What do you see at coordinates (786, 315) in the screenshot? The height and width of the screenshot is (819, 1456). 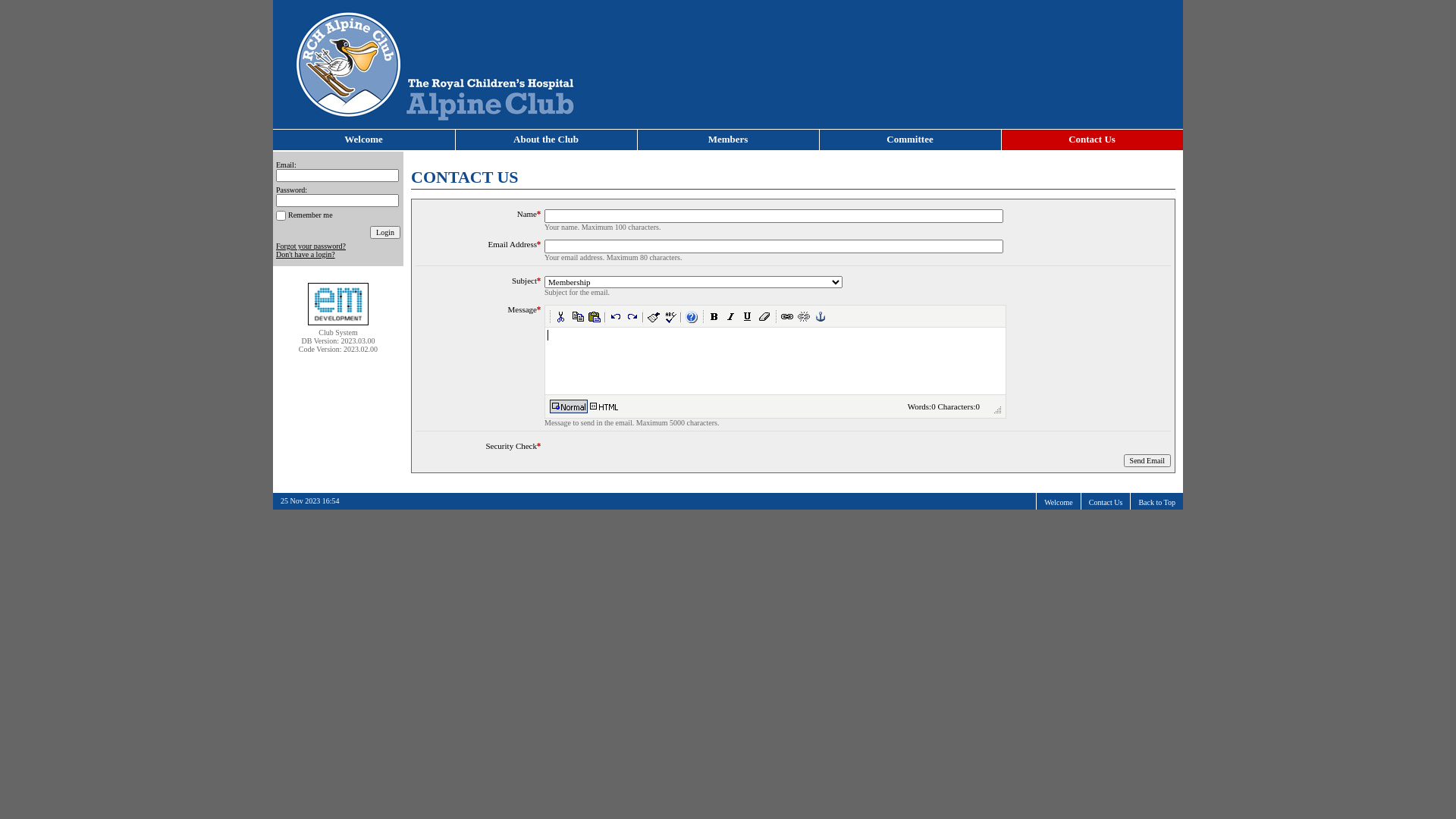 I see `'Insert Hyperlink'` at bounding box center [786, 315].